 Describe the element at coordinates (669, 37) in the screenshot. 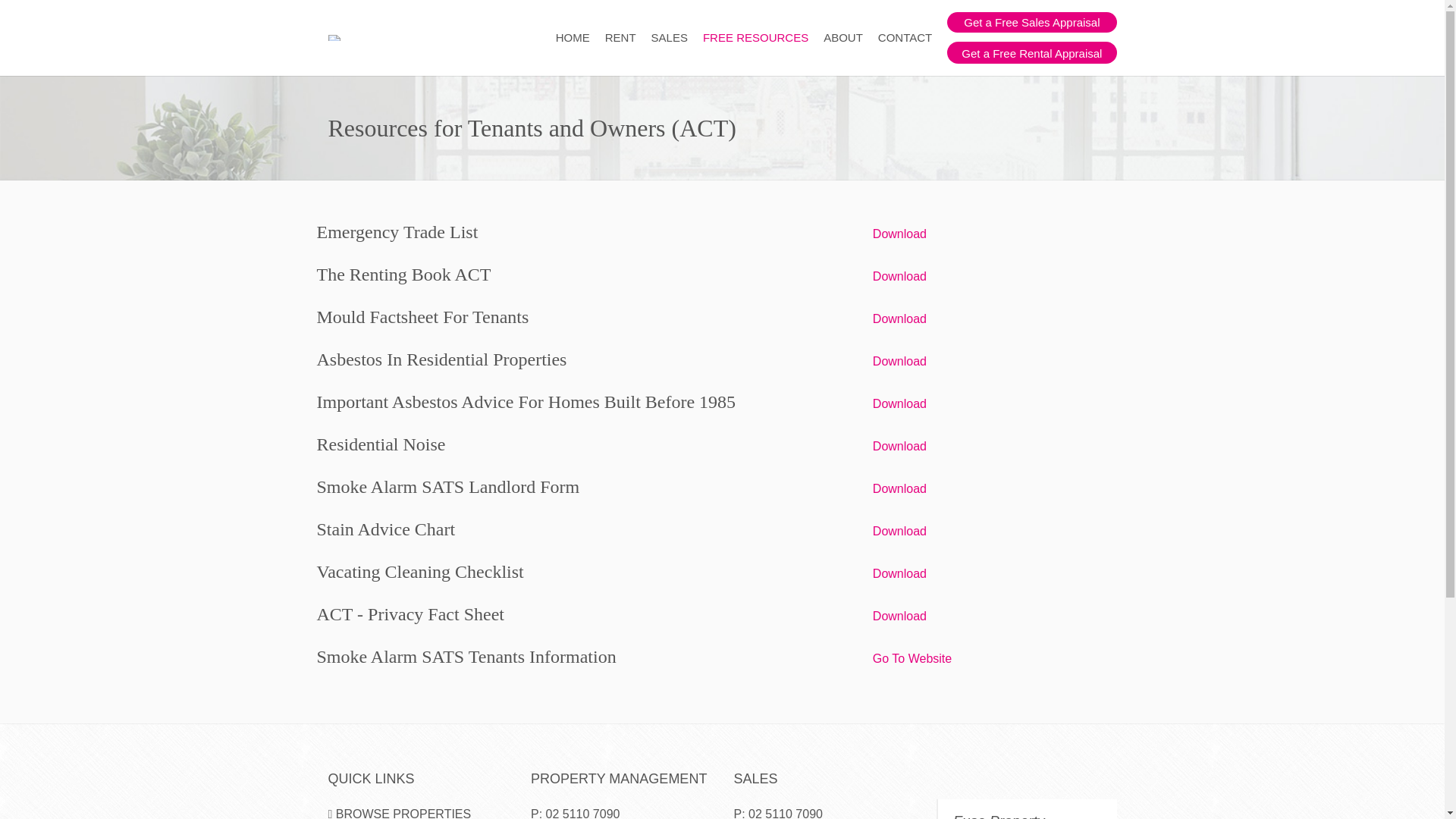

I see `'SALES'` at that location.